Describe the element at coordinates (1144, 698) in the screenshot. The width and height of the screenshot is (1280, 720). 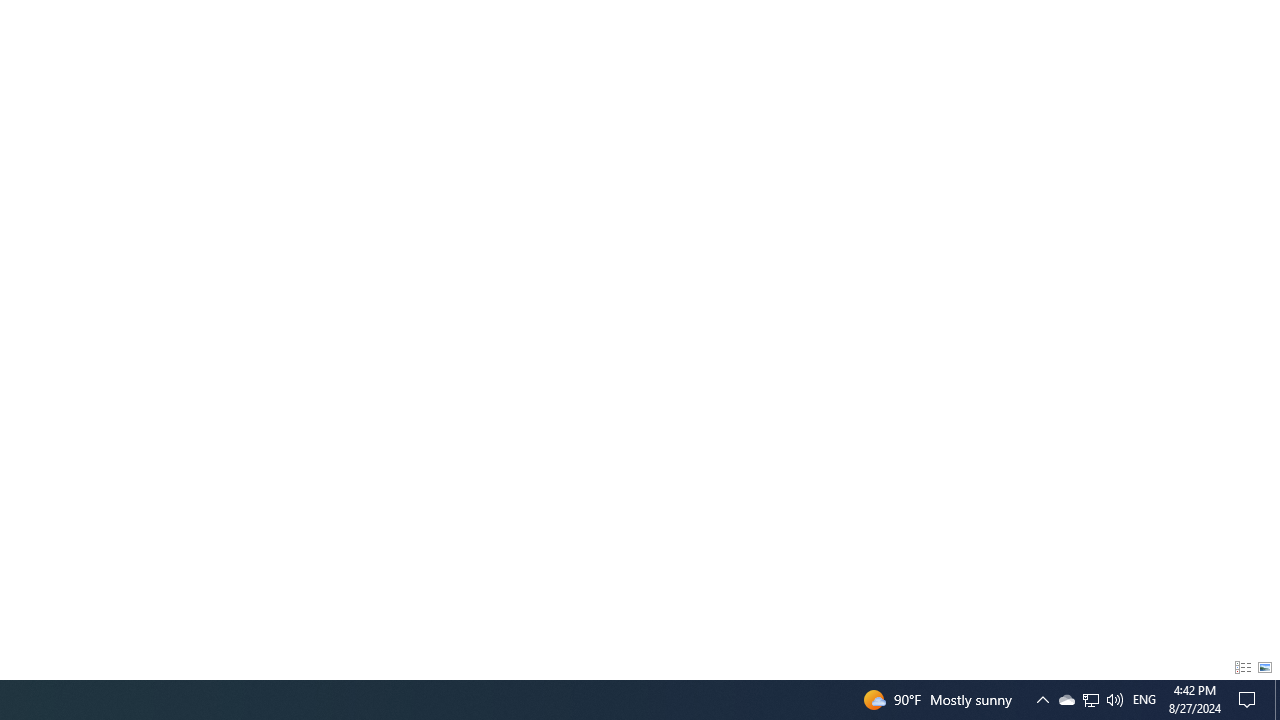
I see `'Tray Input Indicator - English (United States)'` at that location.